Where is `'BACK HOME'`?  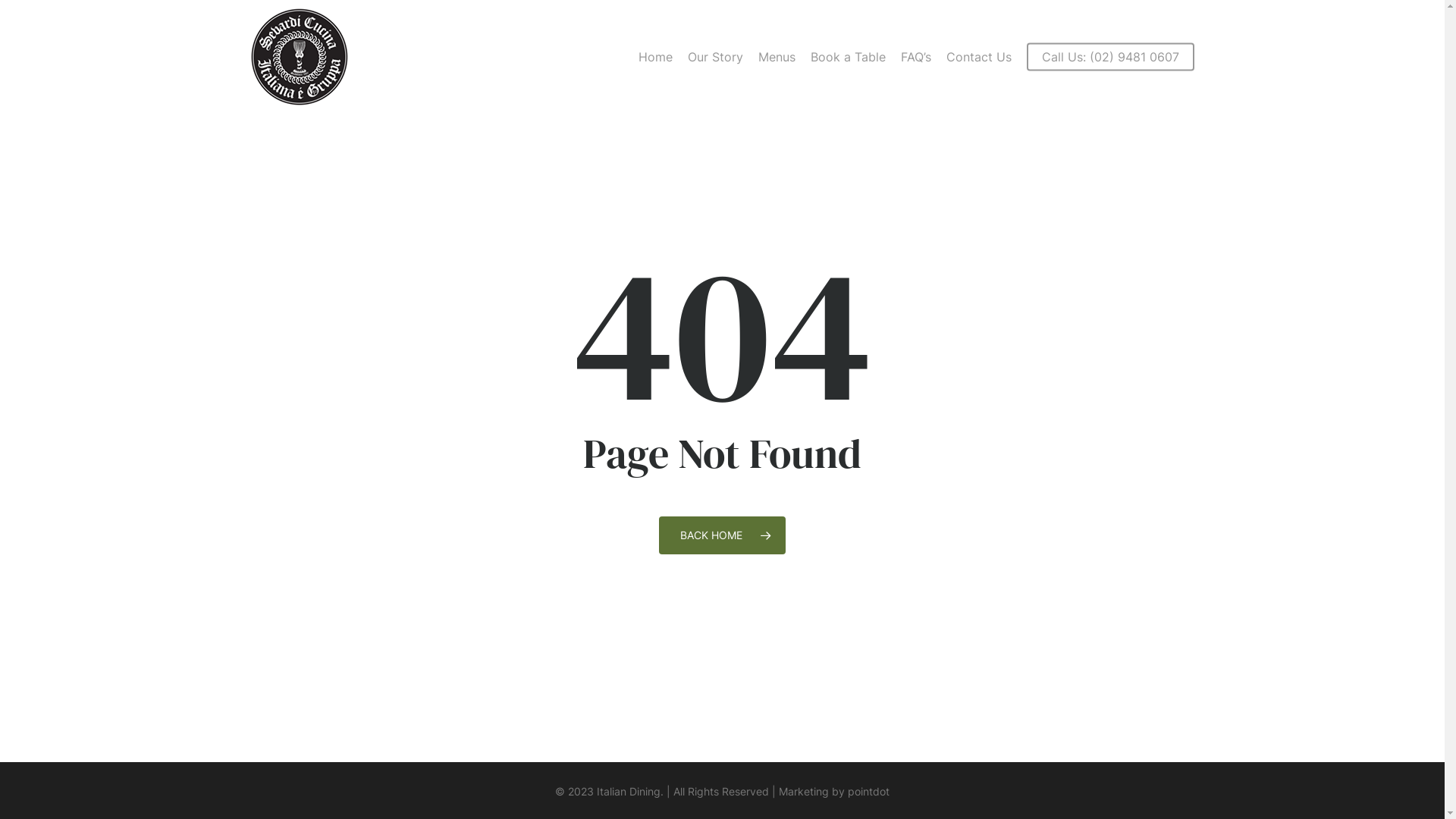
'BACK HOME' is located at coordinates (721, 534).